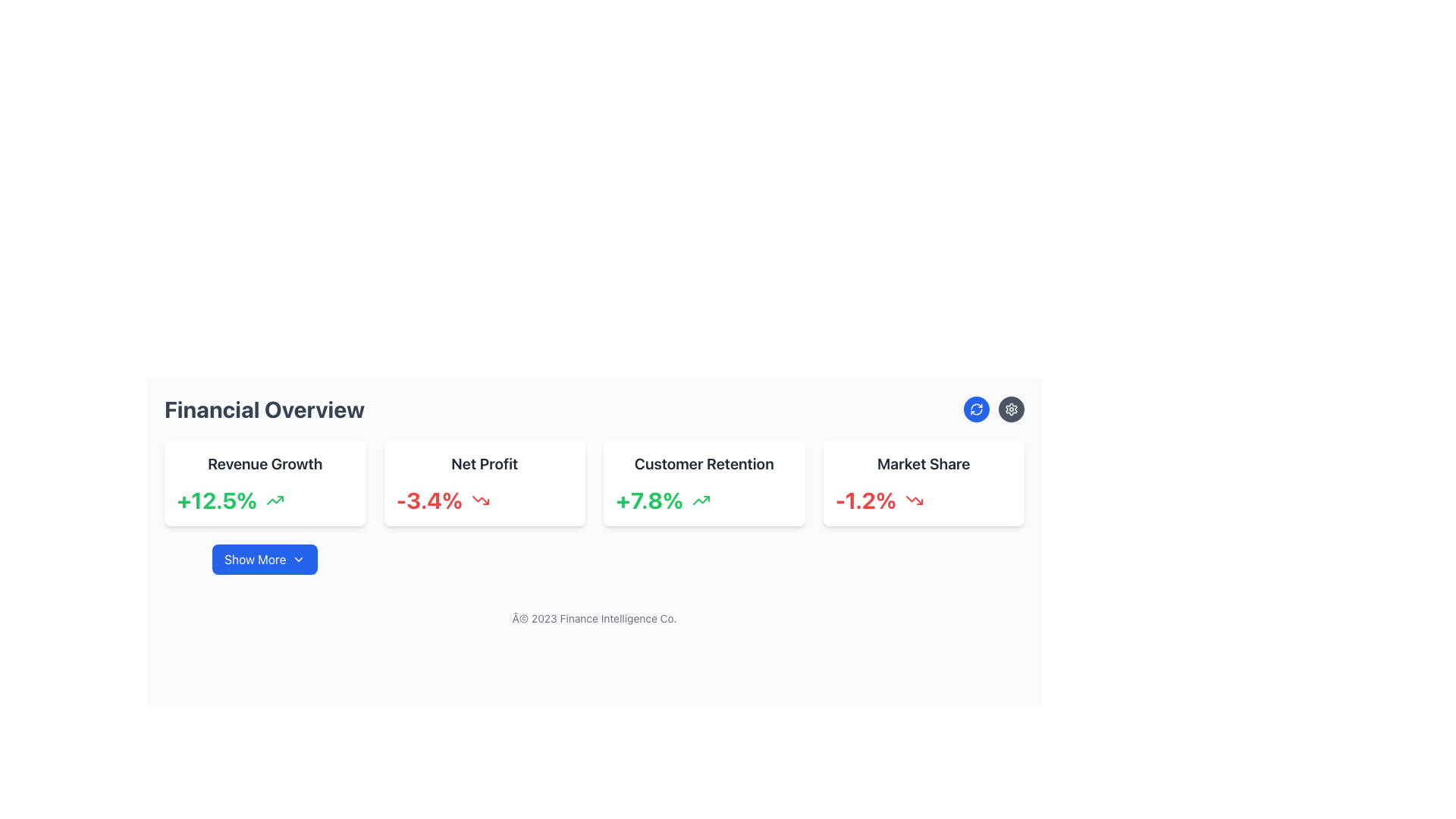 This screenshot has height=819, width=1456. I want to click on the Text Display element that shows the text '+12.5%' in a large, bold, green font, located in the top-left section of the 'Revenue Growth' card in the Financial Overview dashboard, so click(216, 500).